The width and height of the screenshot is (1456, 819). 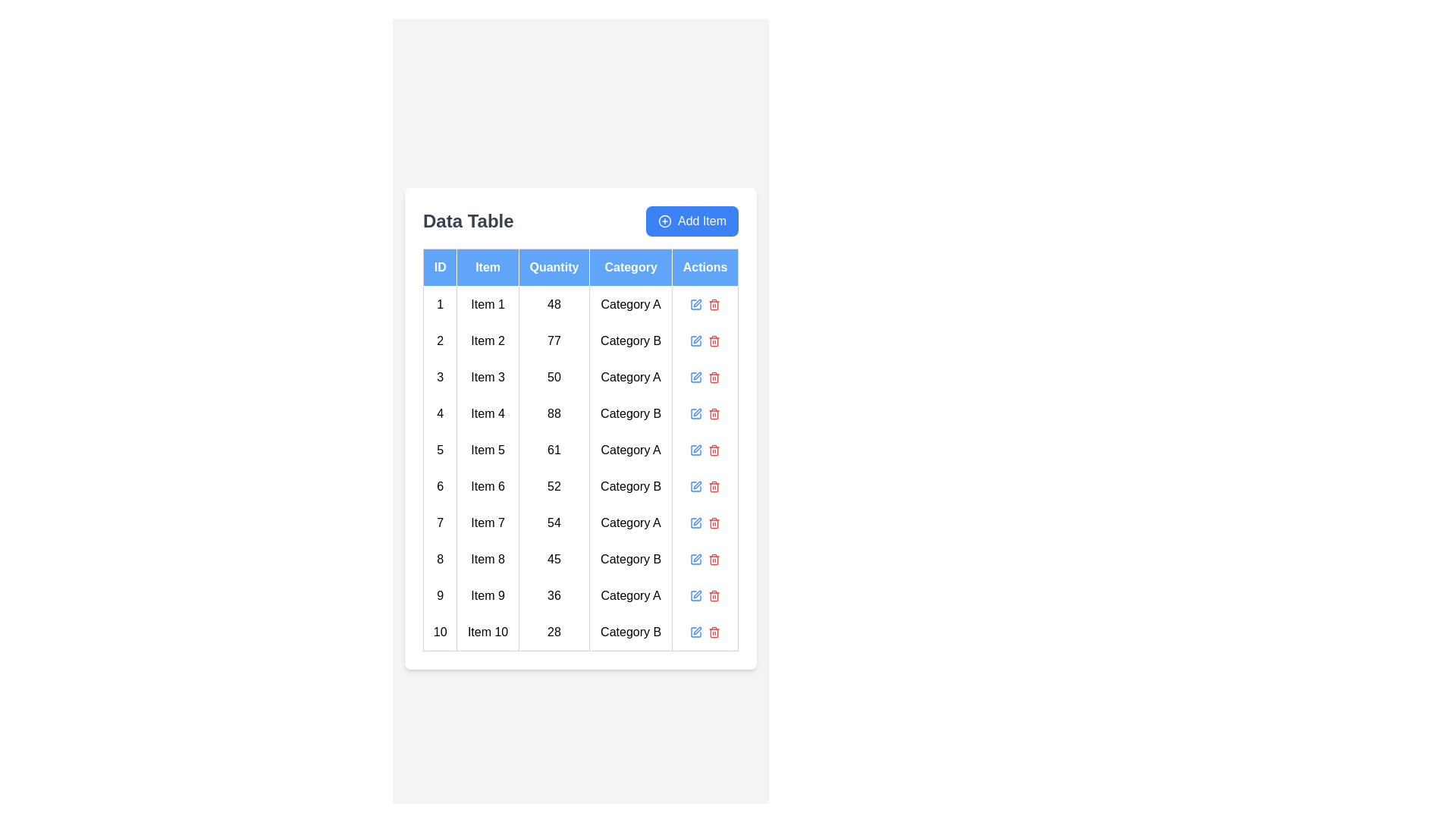 What do you see at coordinates (553, 449) in the screenshot?
I see `the static table cell displaying the quantity of Item 5 in the third column under the 'Quantity' label` at bounding box center [553, 449].